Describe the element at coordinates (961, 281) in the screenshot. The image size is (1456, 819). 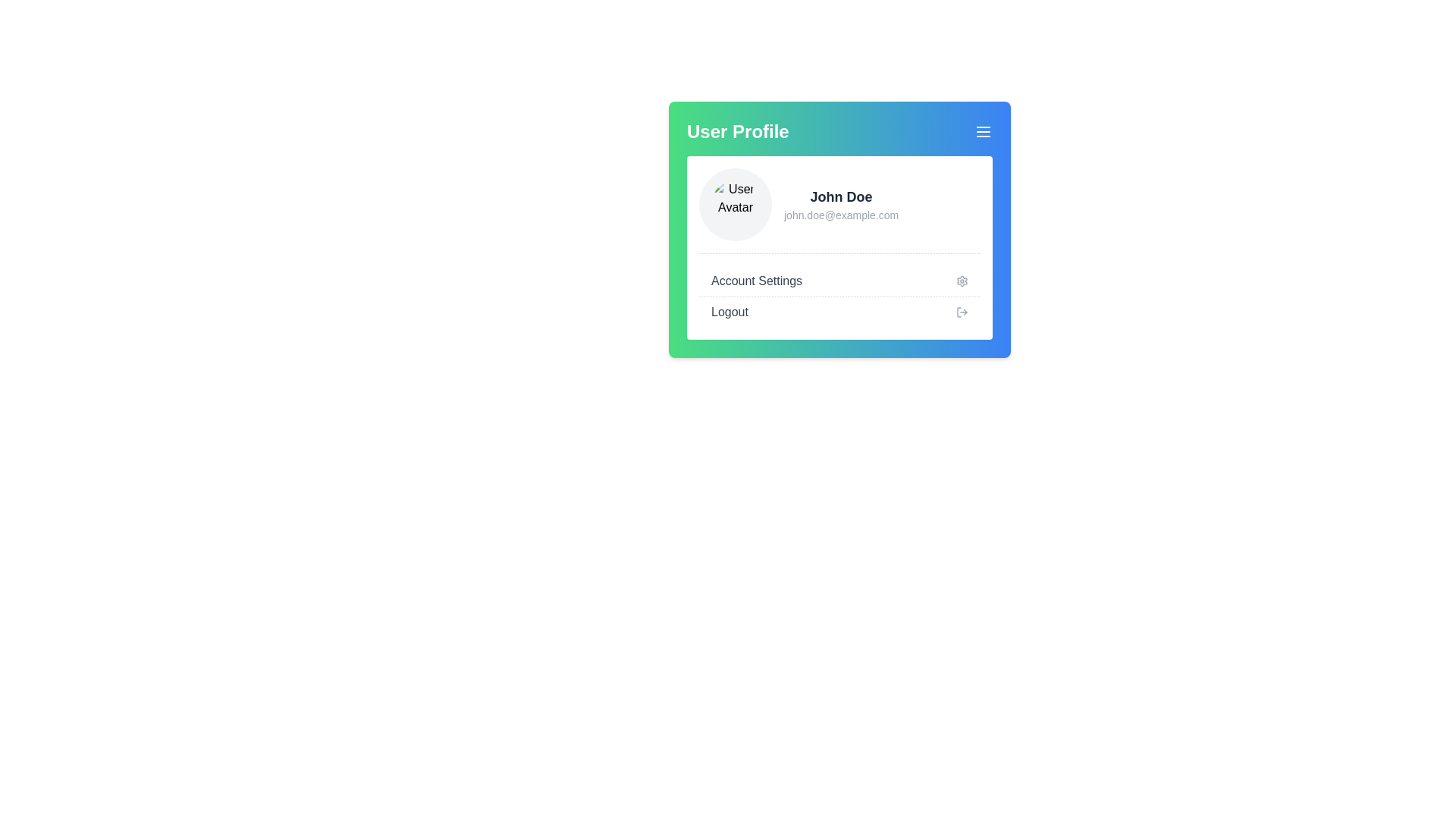
I see `the gear-shaped settings icon located adjacent to the 'Account Settings' text in the UI` at that location.